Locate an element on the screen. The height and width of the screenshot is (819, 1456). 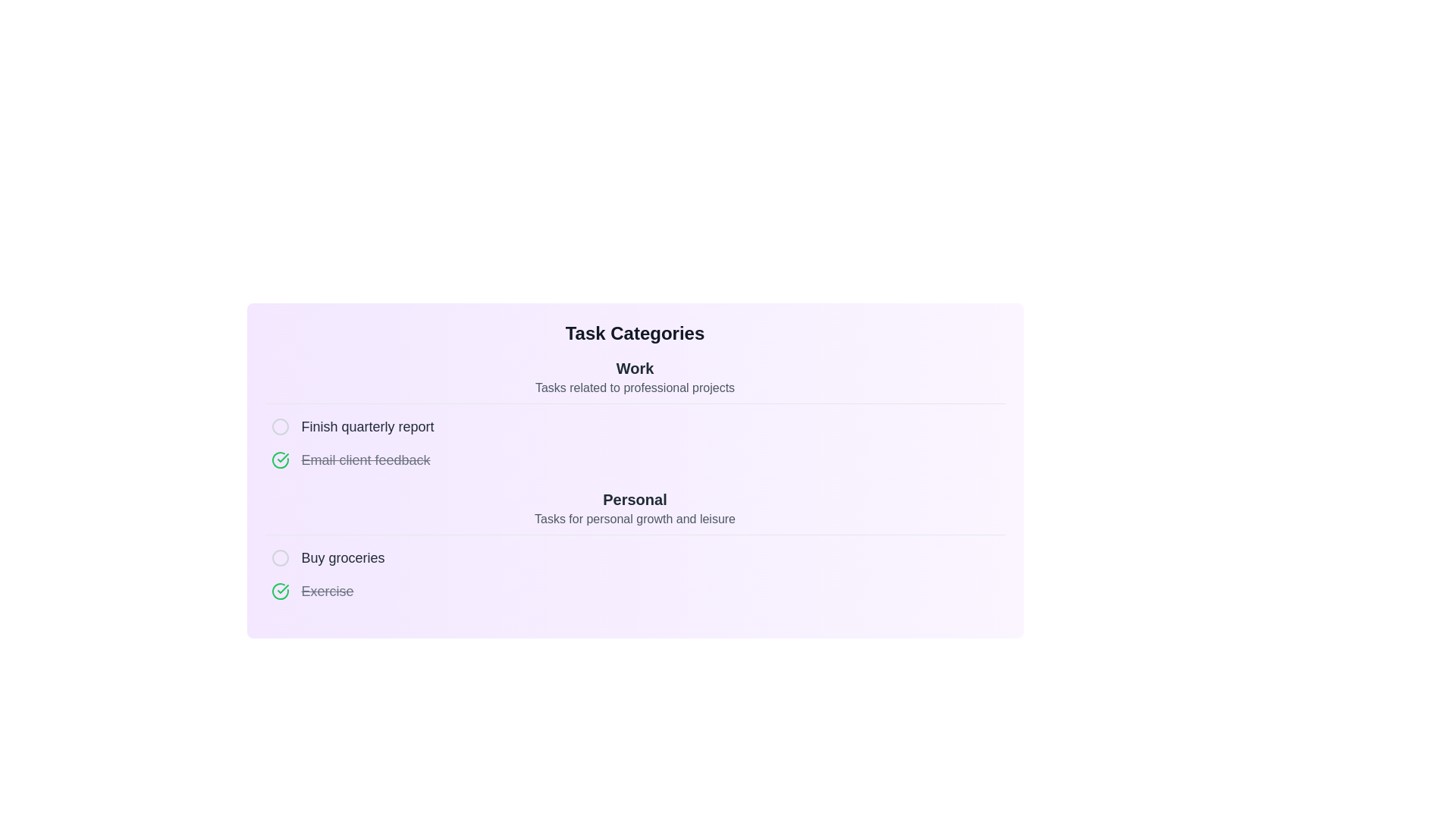
the 'Buy groceries' label which is styled in a larger dark gray font and is located next to a circular radio-style indicator in the 'Personal' section is located at coordinates (327, 558).